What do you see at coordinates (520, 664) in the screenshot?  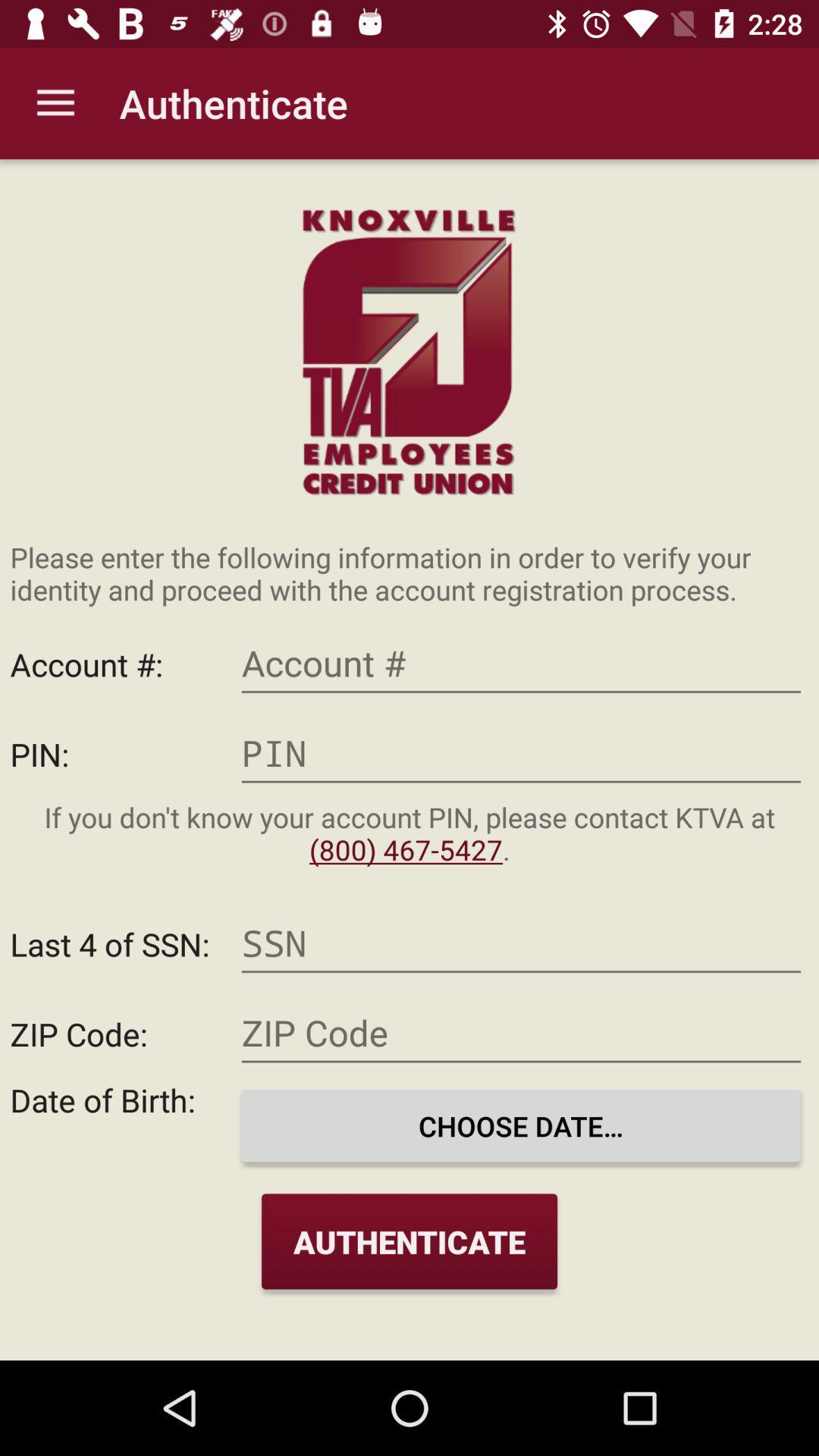 I see `the button is used to create account` at bounding box center [520, 664].